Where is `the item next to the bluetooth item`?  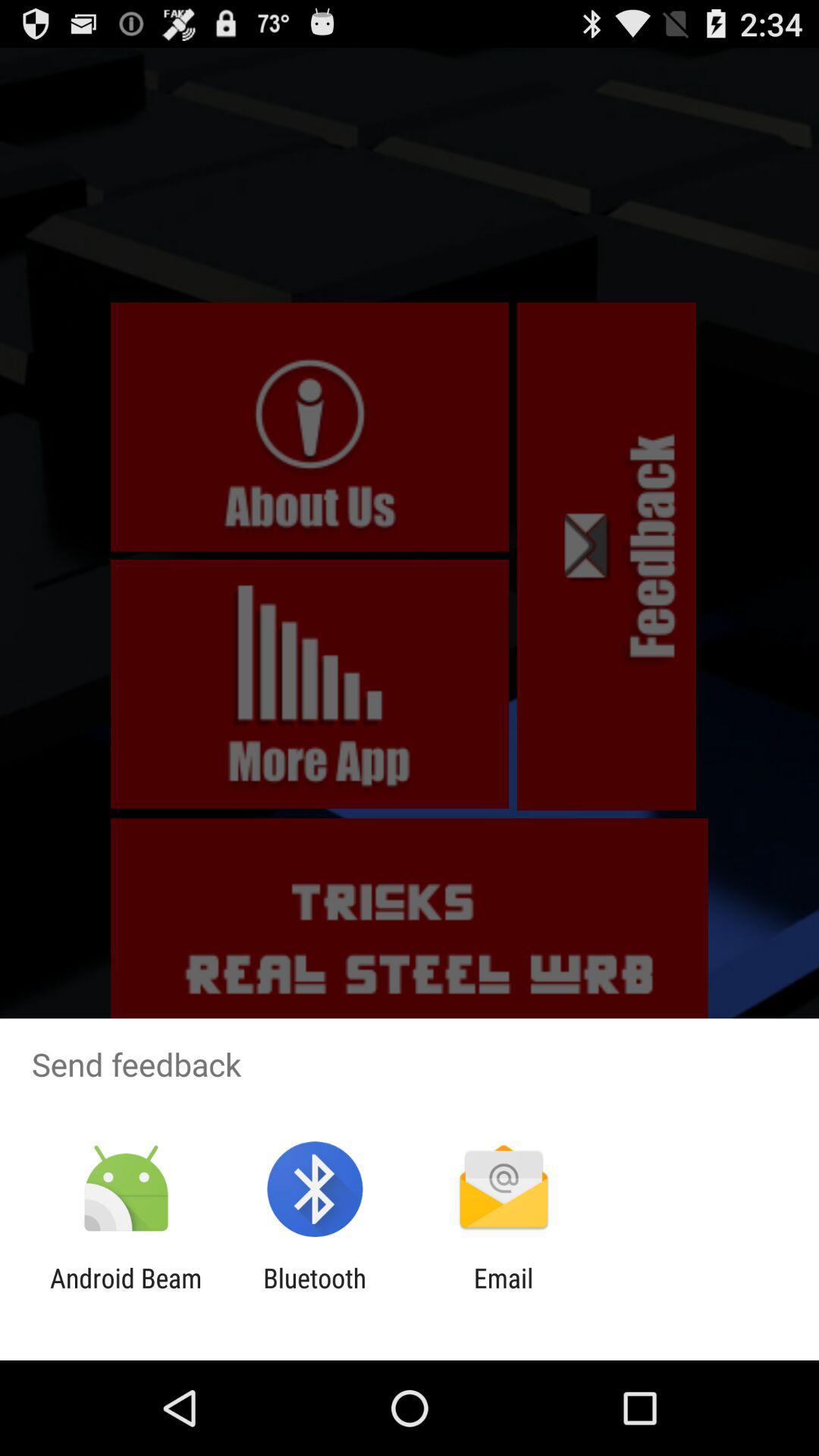 the item next to the bluetooth item is located at coordinates (125, 1293).